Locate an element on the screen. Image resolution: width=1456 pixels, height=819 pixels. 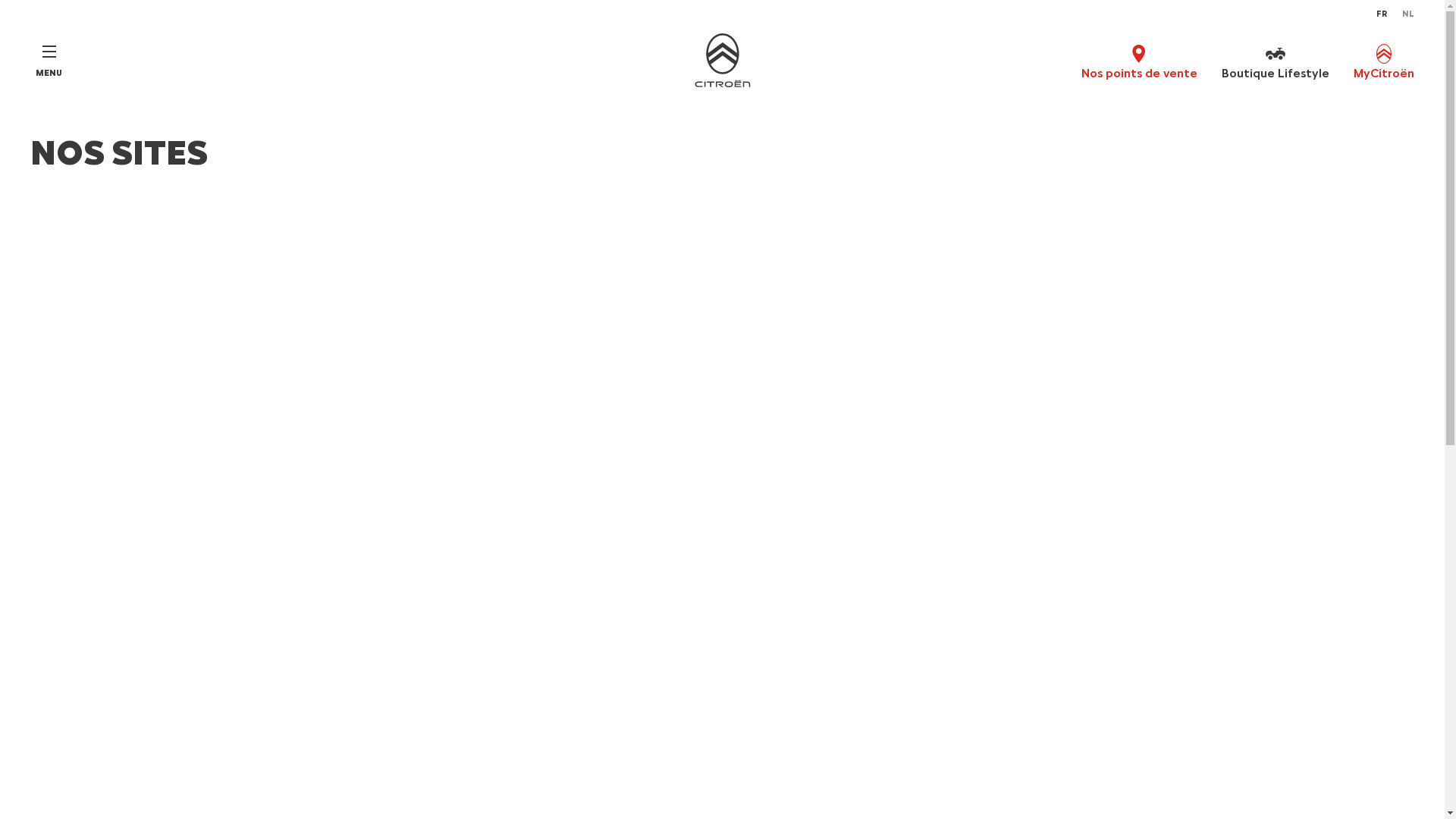
'NL' is located at coordinates (1407, 14).